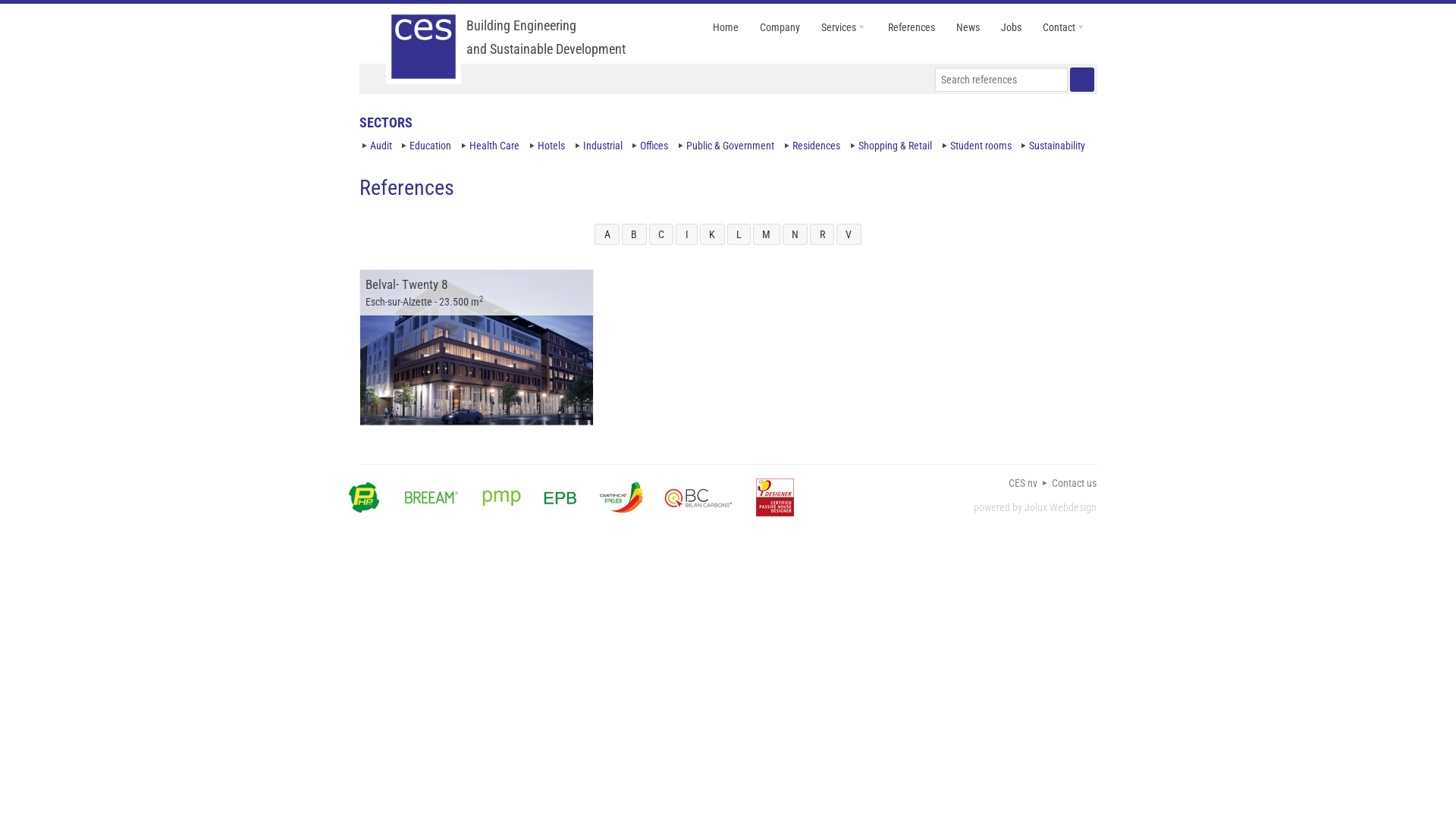  Describe the element at coordinates (949, 146) in the screenshot. I see `'Student rooms'` at that location.